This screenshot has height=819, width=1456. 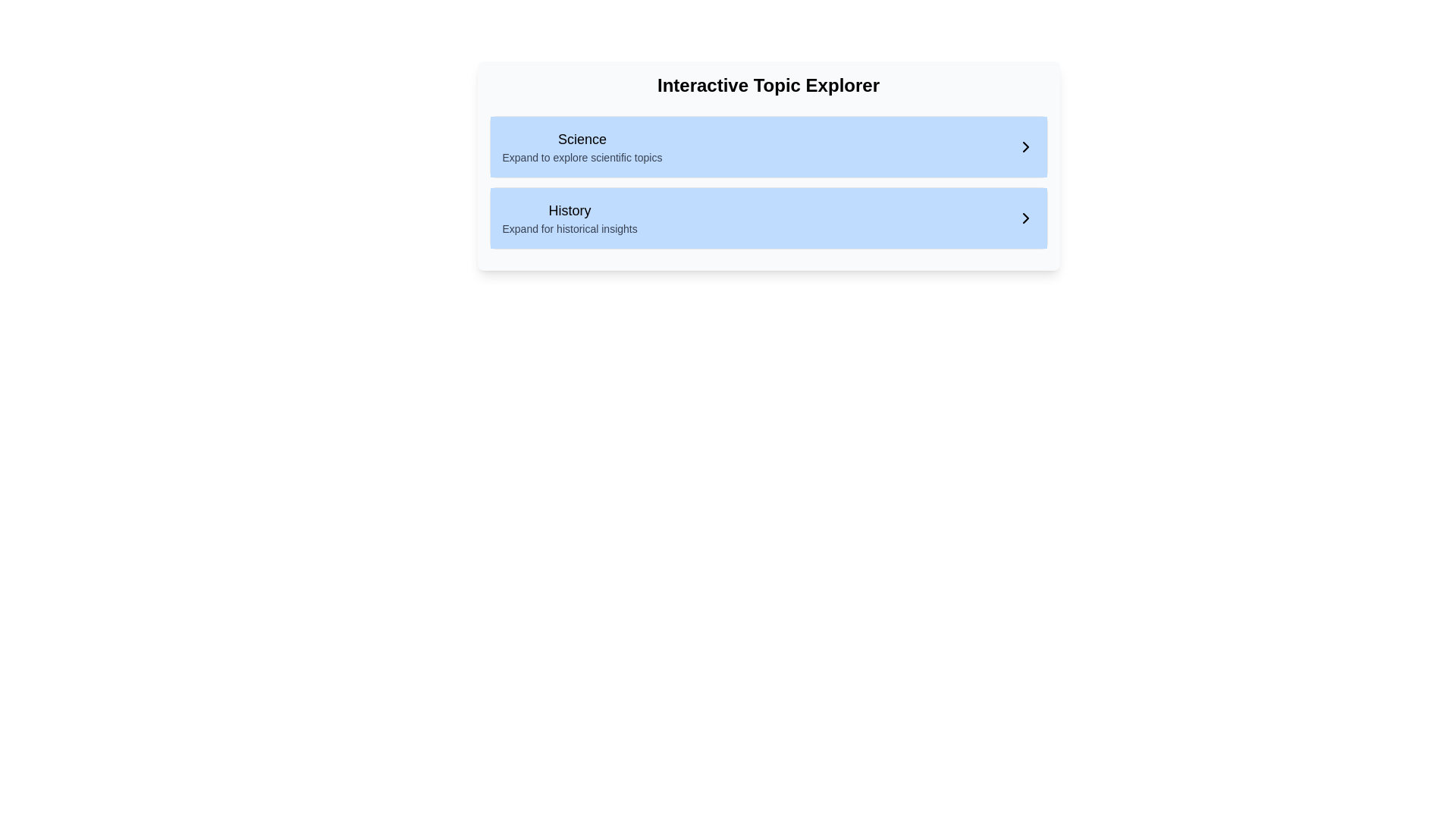 I want to click on the descriptive text label located directly below the 'Science' header in the blue section, which provides guidance for that section, so click(x=582, y=158).